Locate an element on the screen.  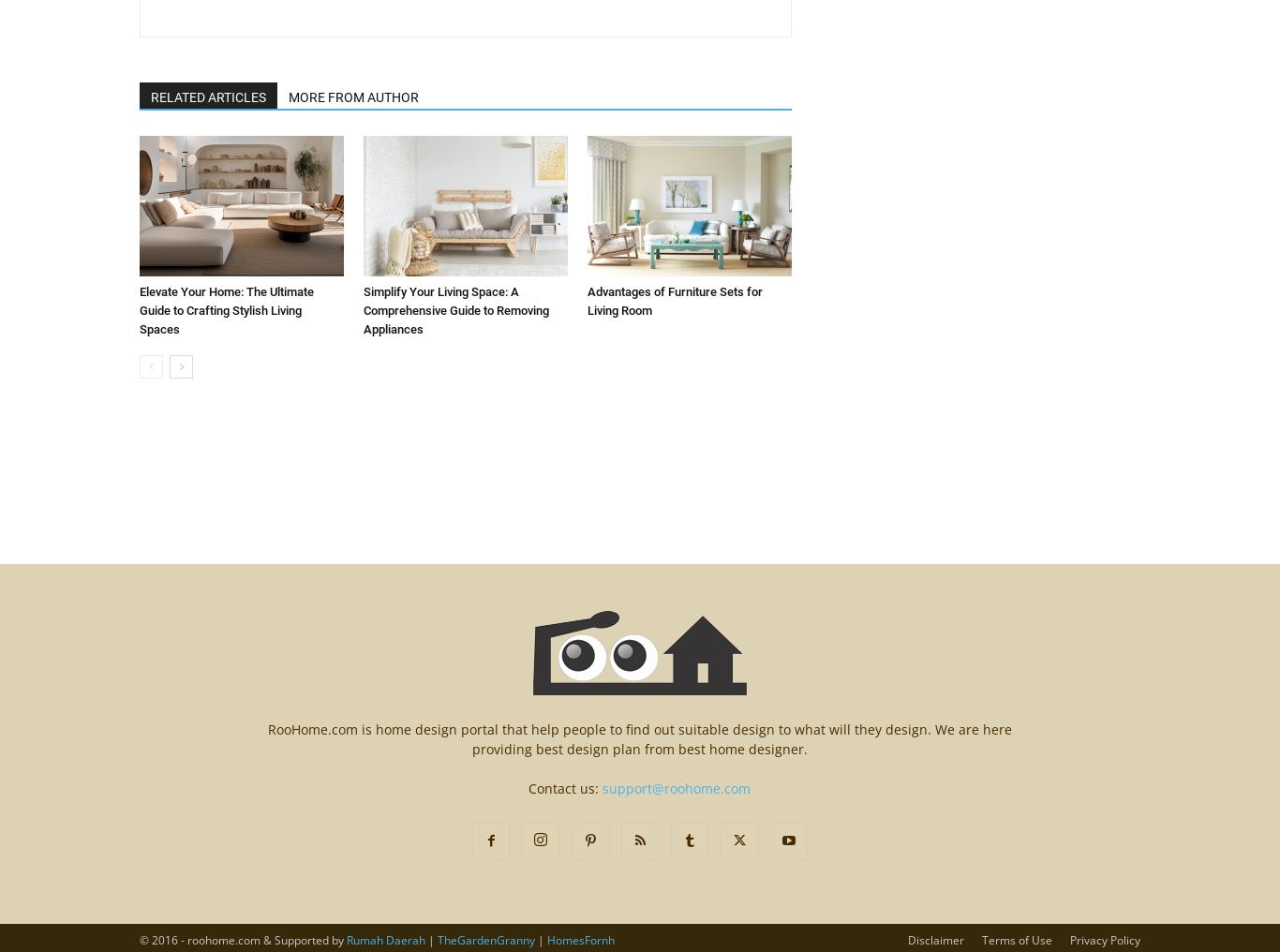
'MORE FROM AUTHOR' is located at coordinates (352, 97).